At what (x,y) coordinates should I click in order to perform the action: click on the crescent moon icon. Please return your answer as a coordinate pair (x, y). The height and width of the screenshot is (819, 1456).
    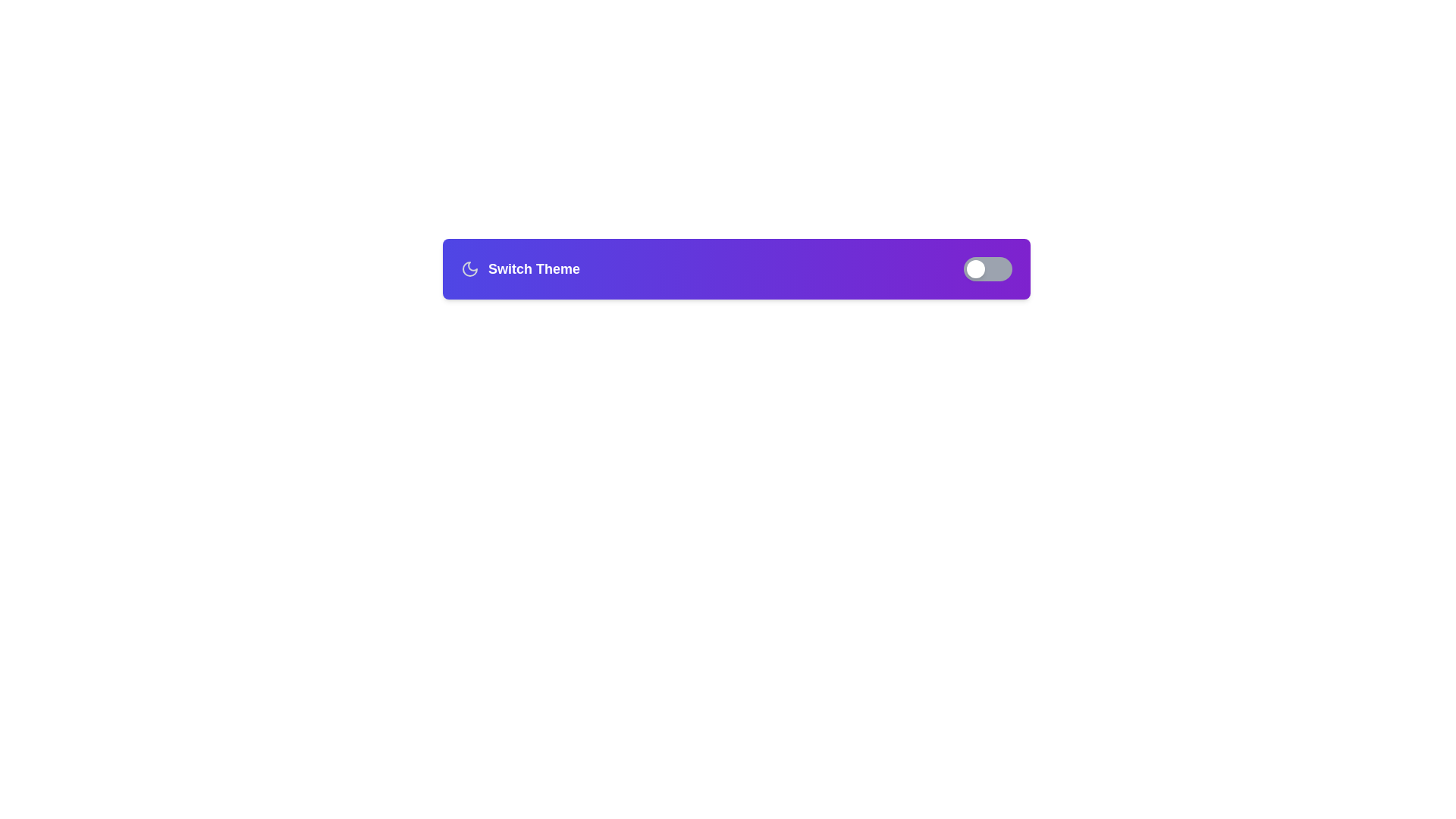
    Looking at the image, I should click on (469, 268).